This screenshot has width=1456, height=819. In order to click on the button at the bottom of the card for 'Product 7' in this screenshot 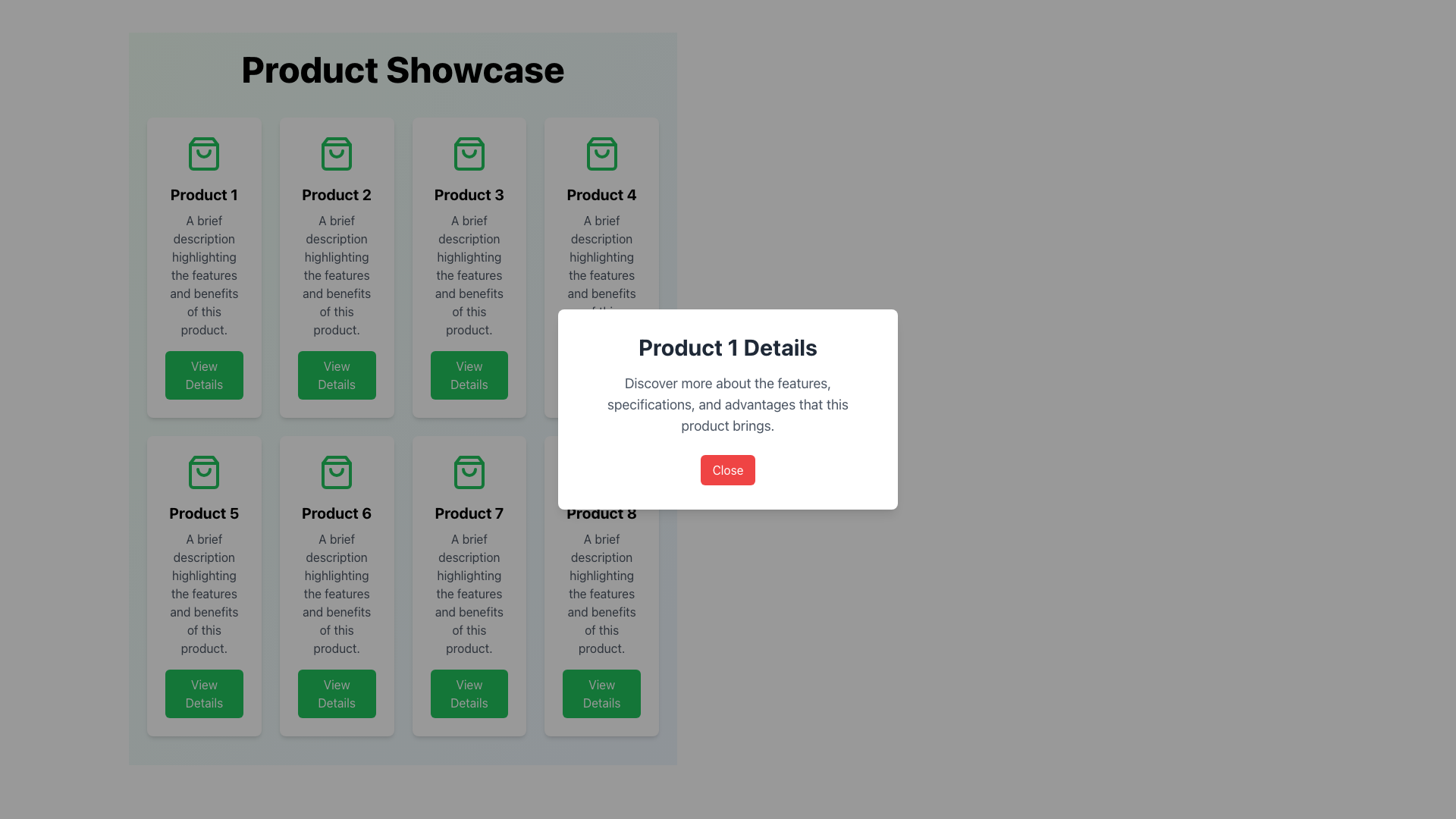, I will do `click(468, 693)`.